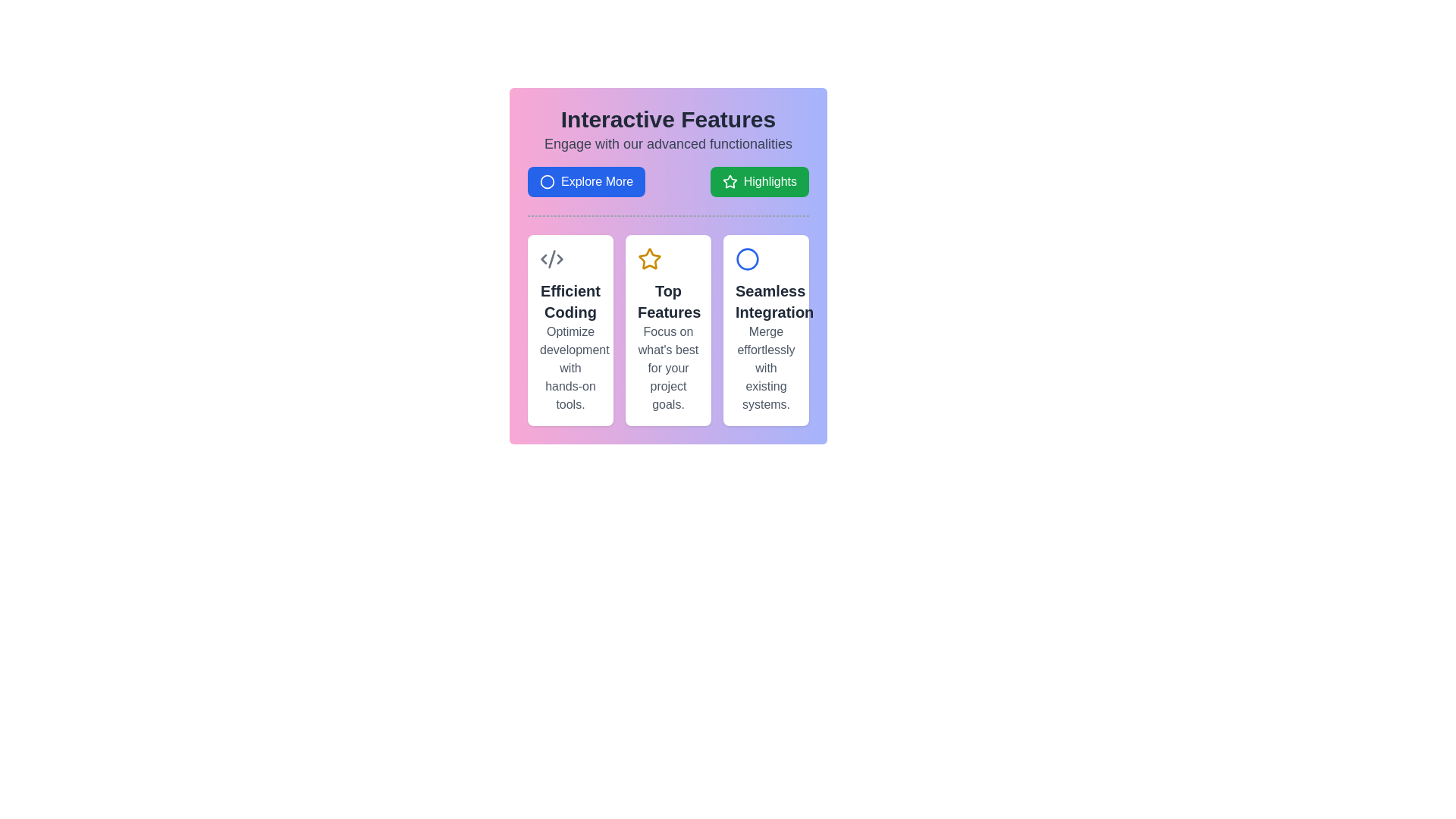 The image size is (1456, 819). Describe the element at coordinates (570, 329) in the screenshot. I see `text content of the Informational card, which is the first column in the grid layout, positioned to the far left and contains a brief description and an icon for efficient coding tools` at that location.